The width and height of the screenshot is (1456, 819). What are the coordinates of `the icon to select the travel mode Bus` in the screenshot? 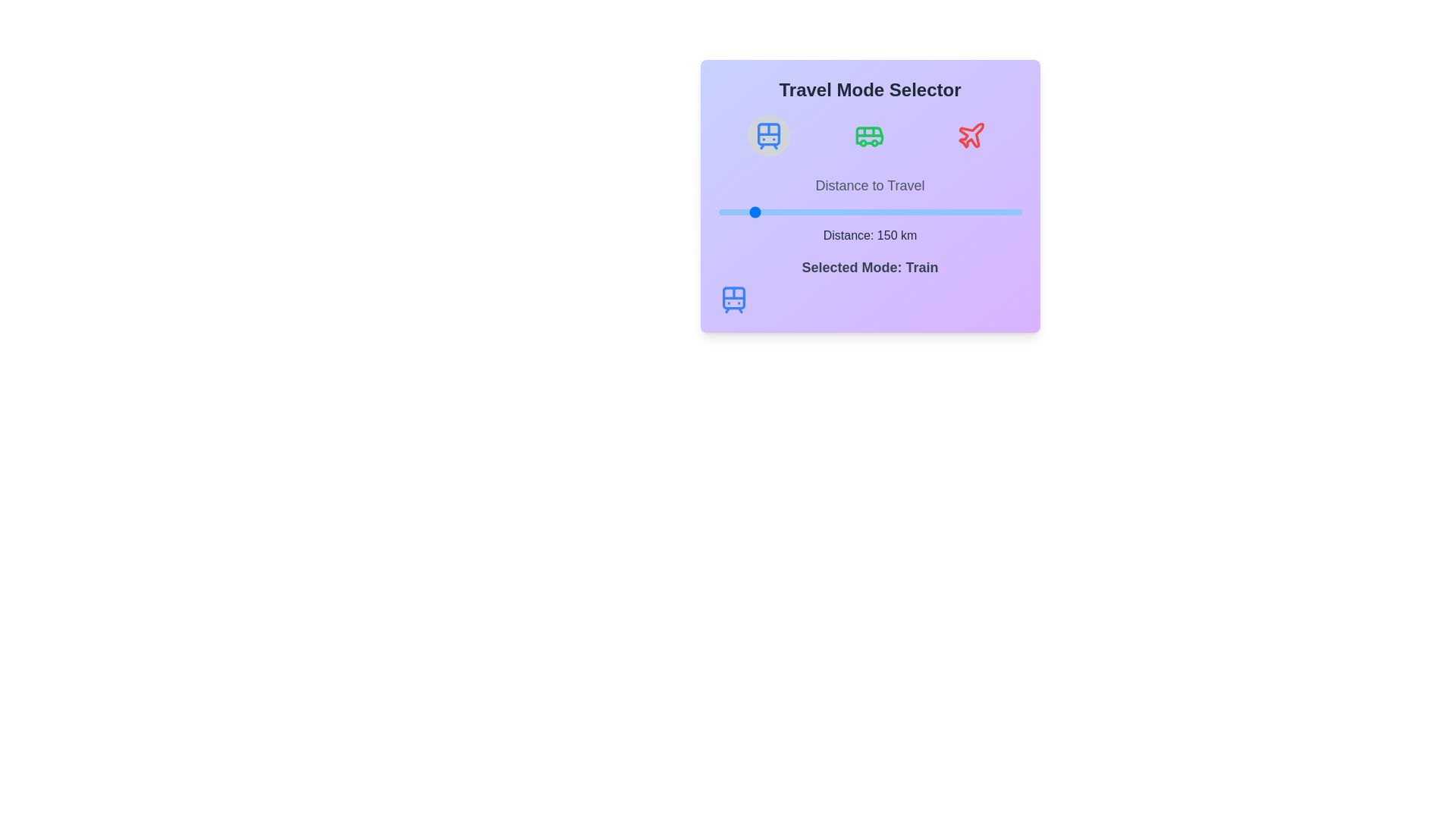 It's located at (870, 134).